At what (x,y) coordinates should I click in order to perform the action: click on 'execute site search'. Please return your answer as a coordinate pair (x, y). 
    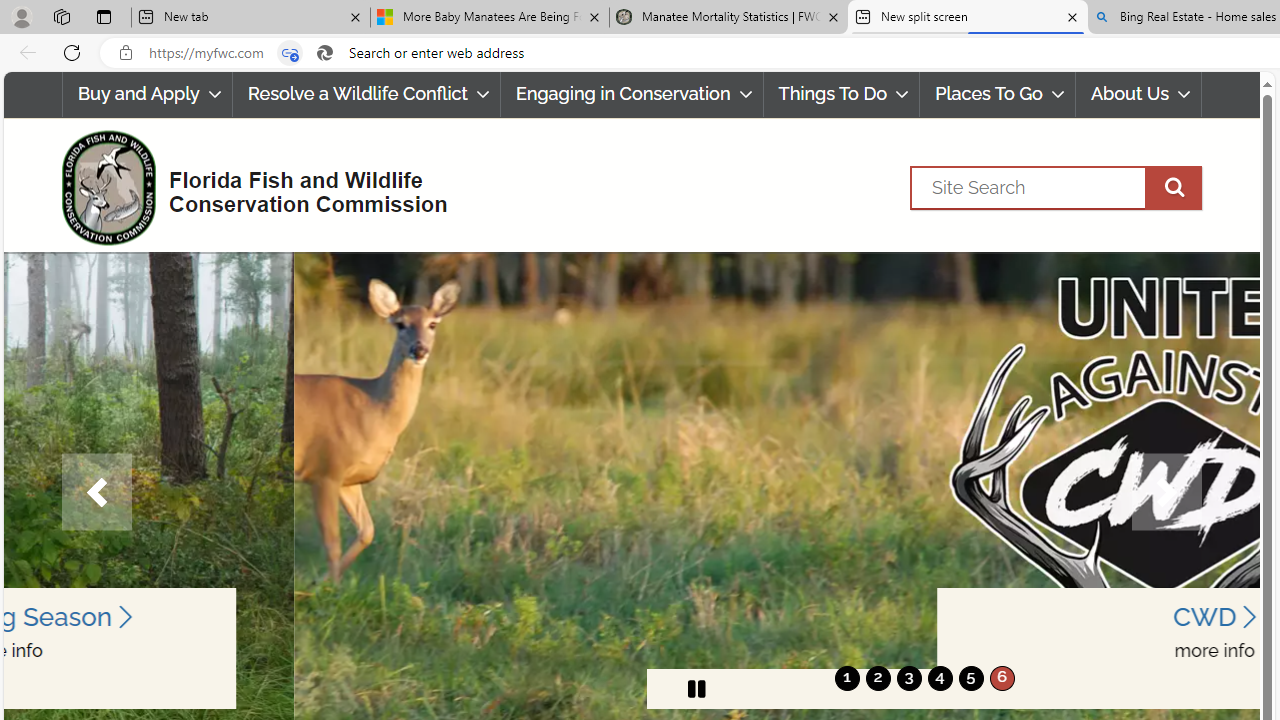
    Looking at the image, I should click on (1173, 187).